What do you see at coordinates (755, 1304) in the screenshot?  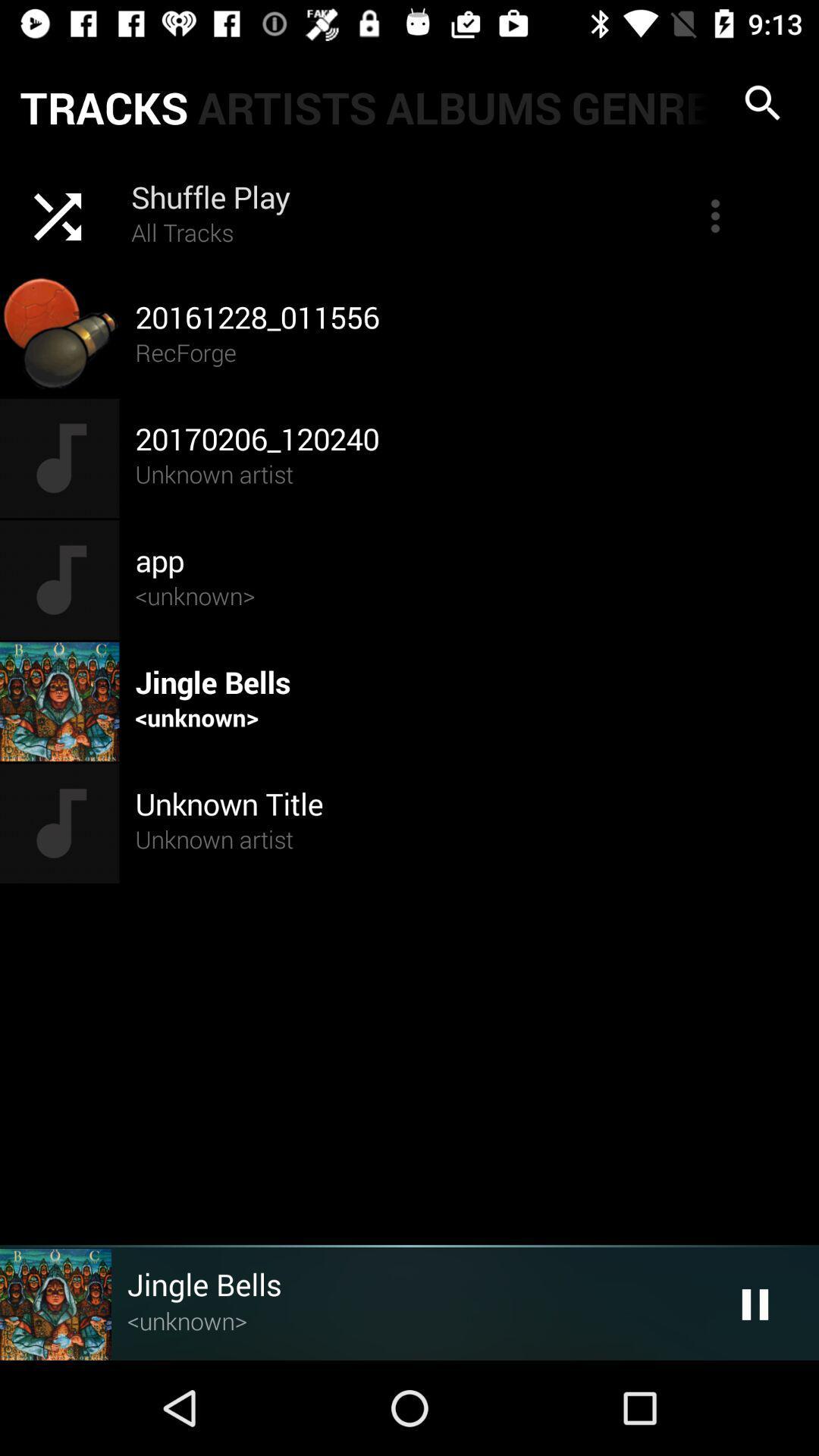 I see `pause` at bounding box center [755, 1304].